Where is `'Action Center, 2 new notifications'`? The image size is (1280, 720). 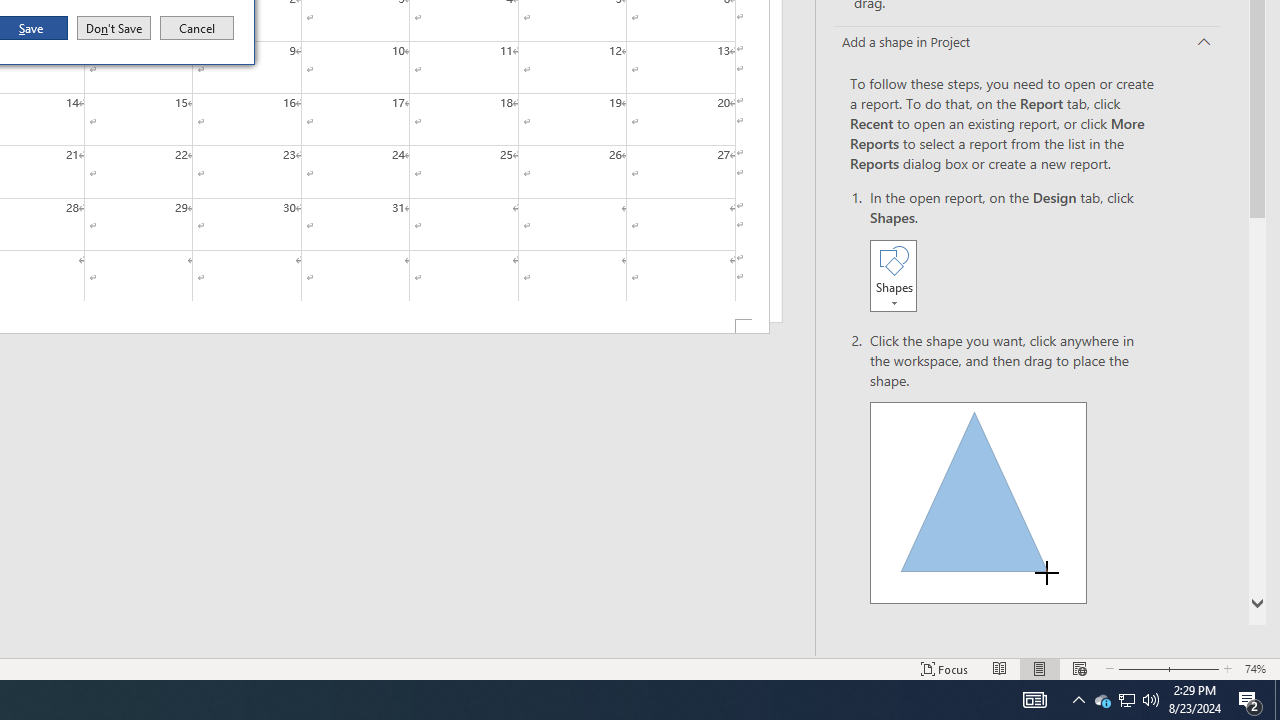
'Action Center, 2 new notifications' is located at coordinates (1250, 698).